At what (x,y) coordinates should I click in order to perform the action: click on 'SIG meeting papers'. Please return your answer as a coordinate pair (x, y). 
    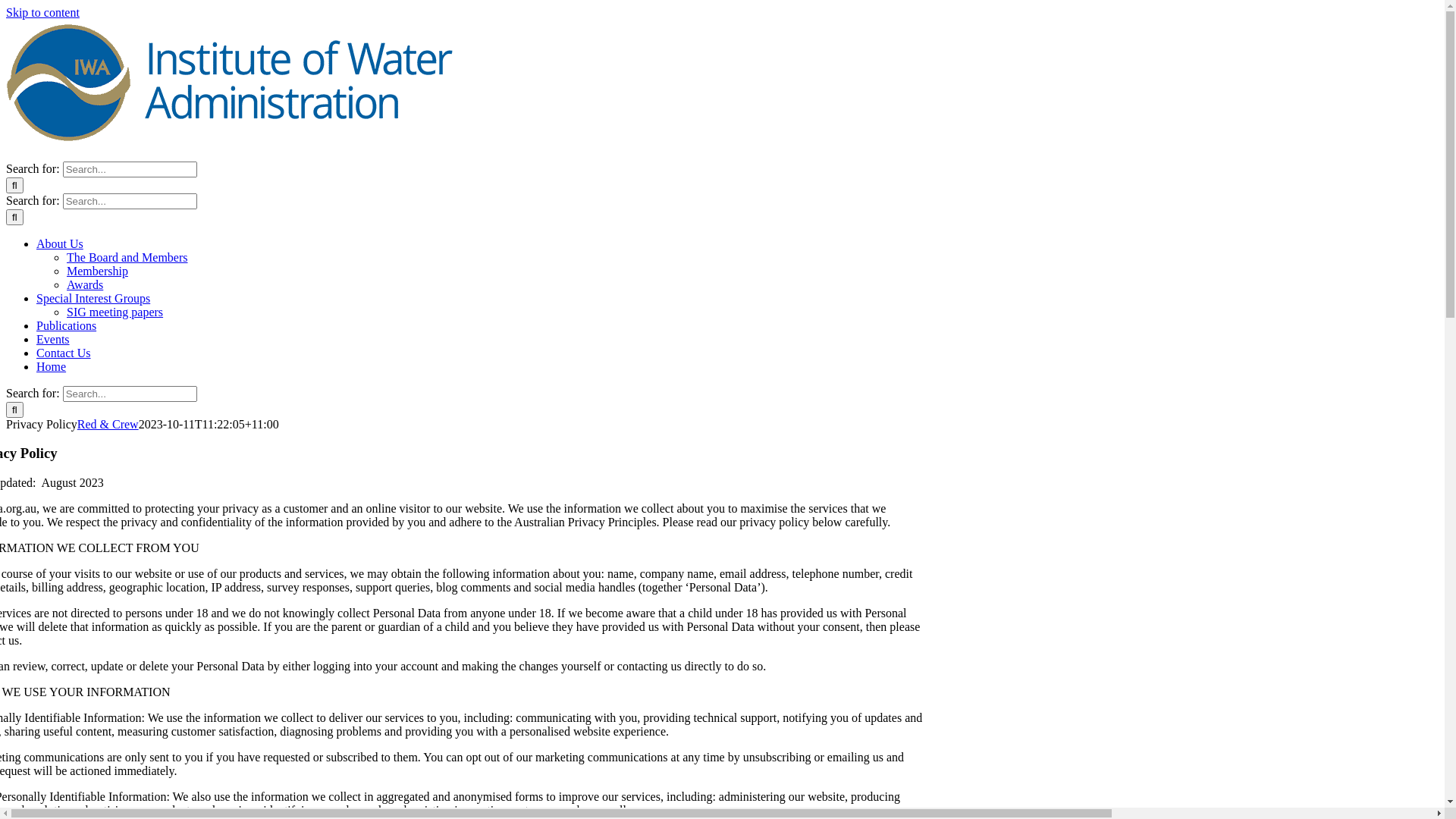
    Looking at the image, I should click on (114, 311).